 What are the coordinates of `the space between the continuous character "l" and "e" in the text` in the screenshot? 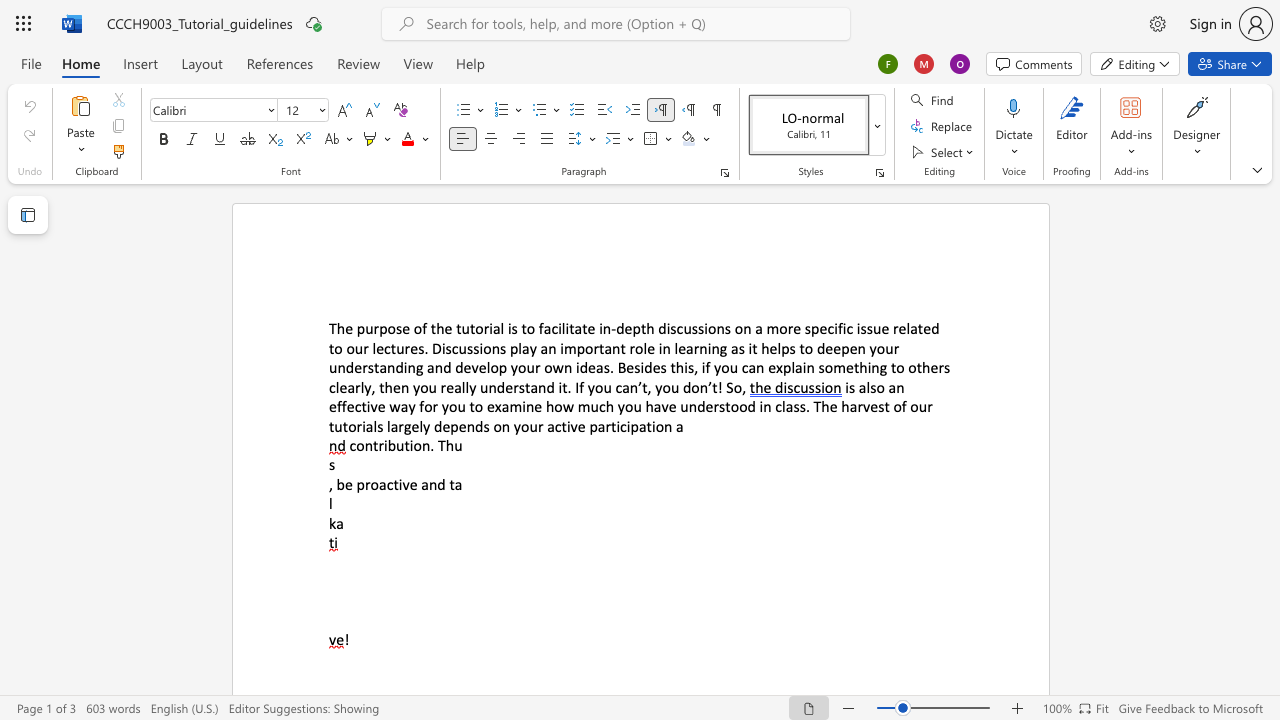 It's located at (648, 347).